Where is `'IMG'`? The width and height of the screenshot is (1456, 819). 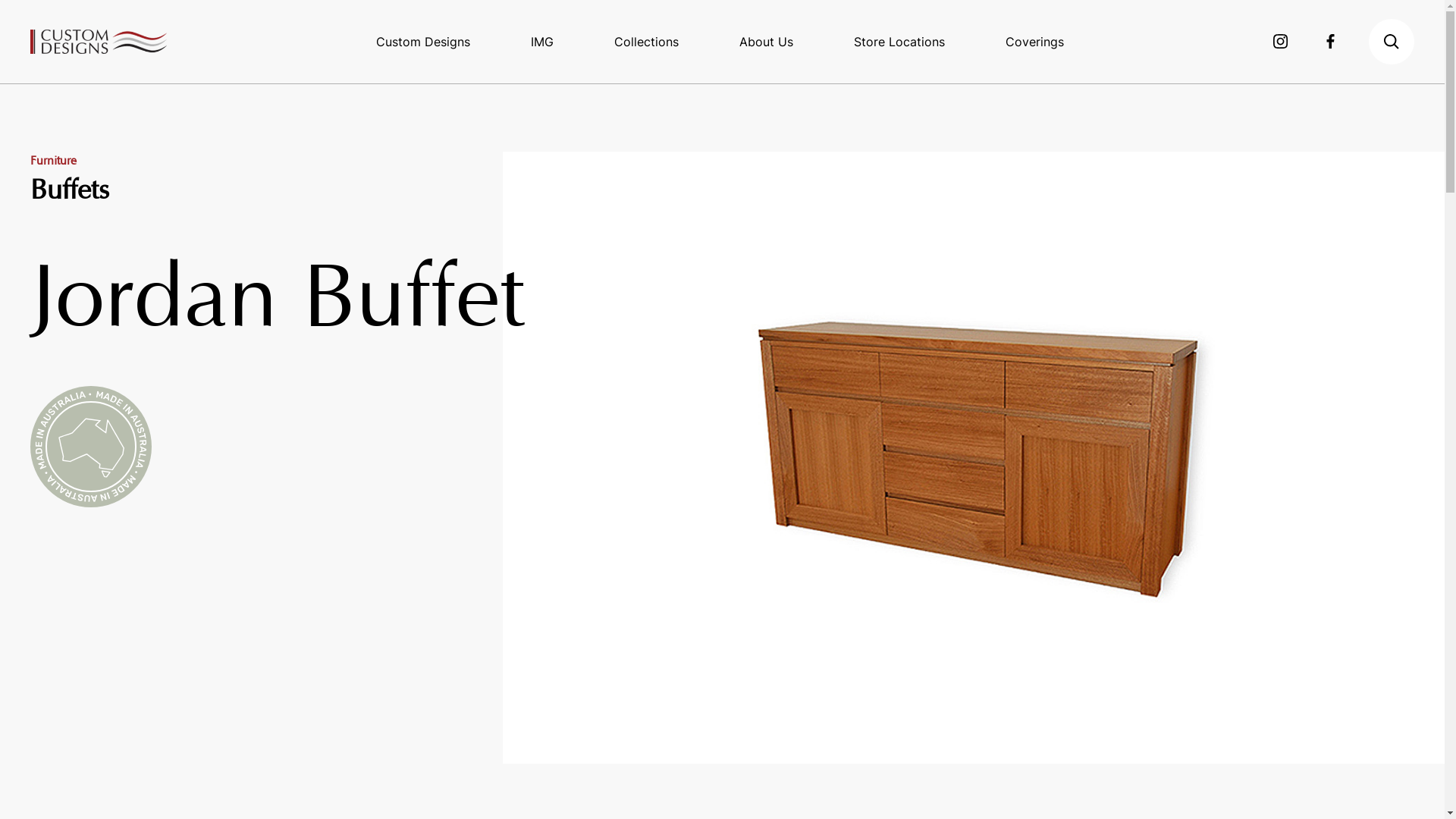
'IMG' is located at coordinates (542, 40).